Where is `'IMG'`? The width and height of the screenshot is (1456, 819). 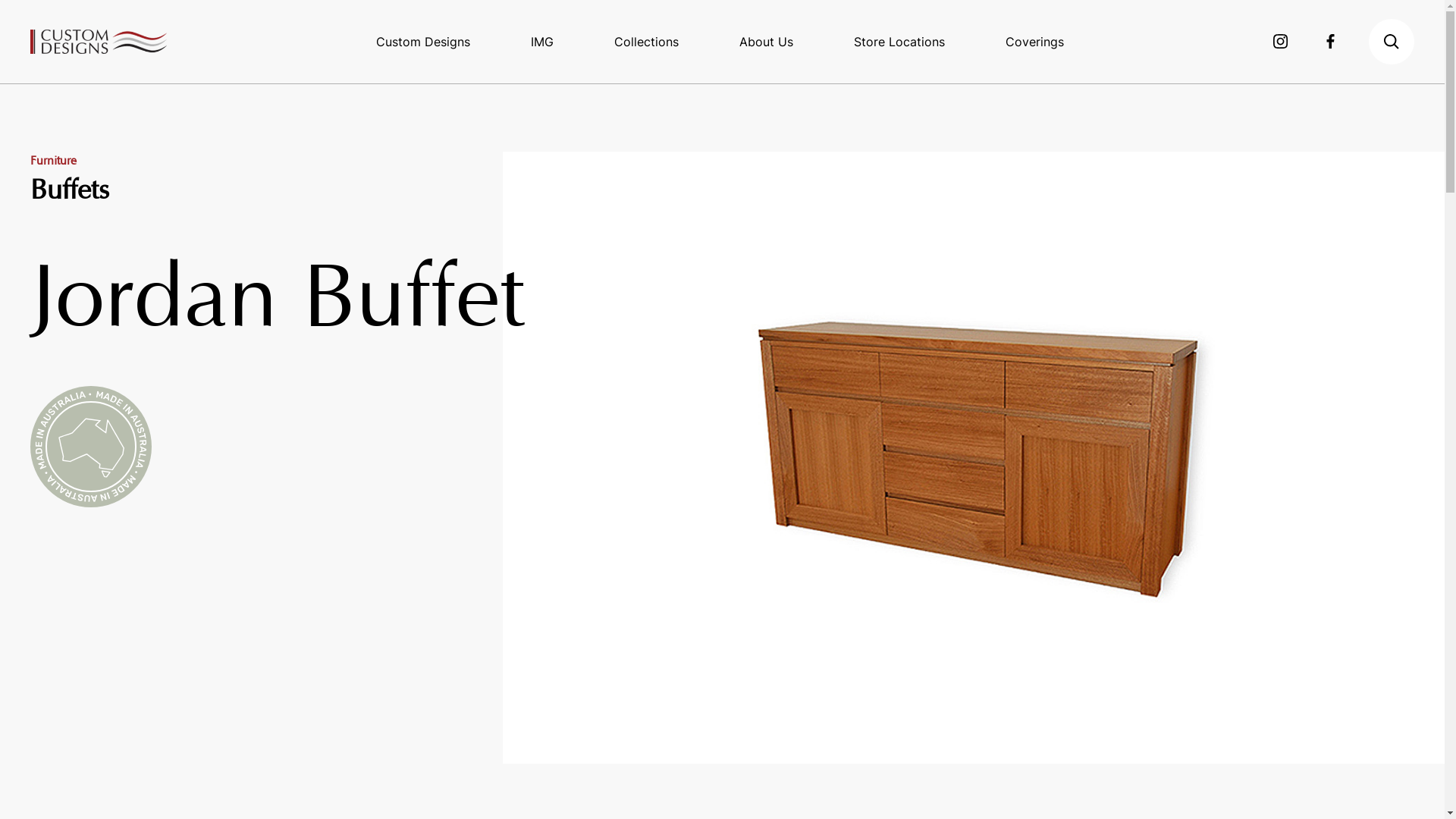
'IMG' is located at coordinates (542, 40).